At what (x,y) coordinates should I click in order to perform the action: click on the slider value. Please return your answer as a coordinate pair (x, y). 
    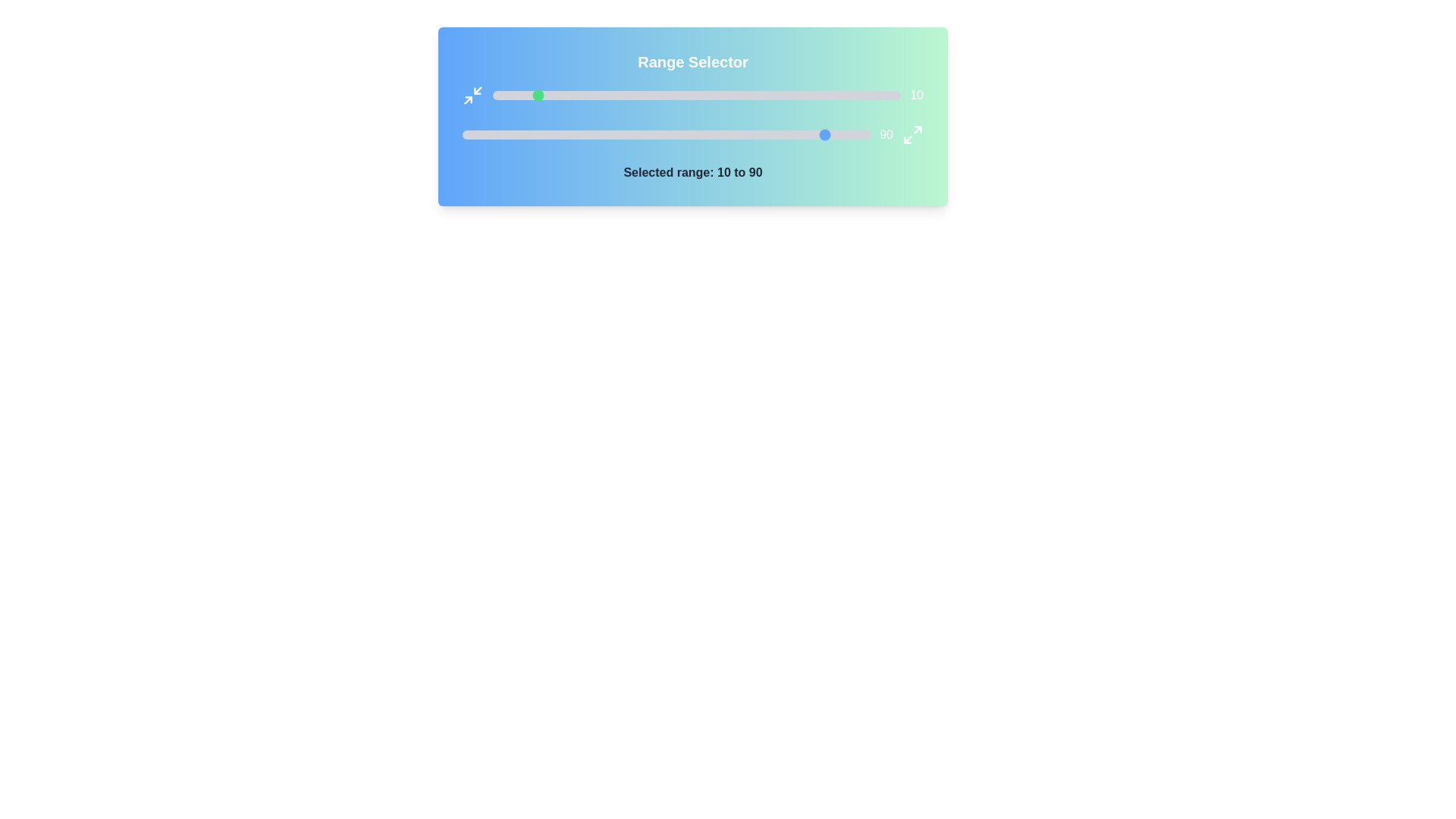
    Looking at the image, I should click on (670, 133).